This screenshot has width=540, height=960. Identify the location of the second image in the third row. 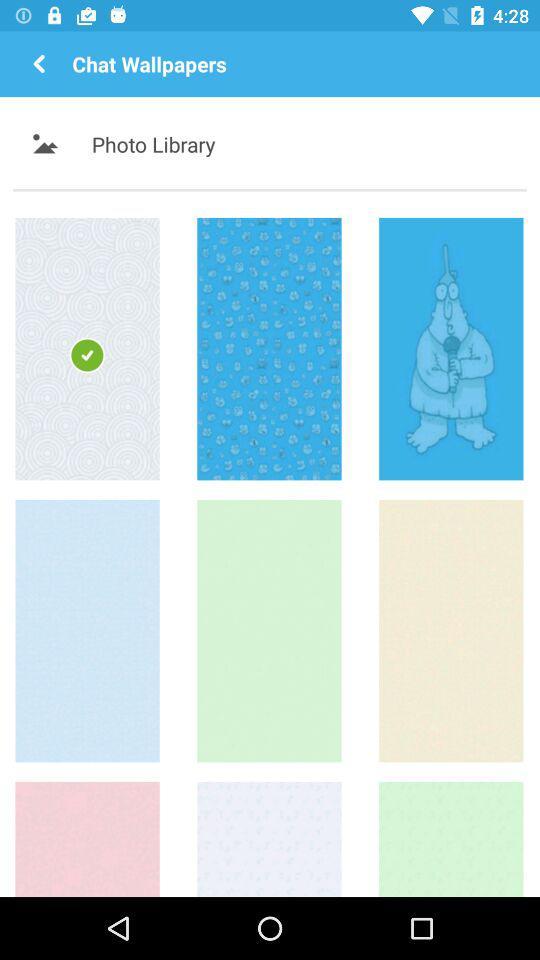
(269, 839).